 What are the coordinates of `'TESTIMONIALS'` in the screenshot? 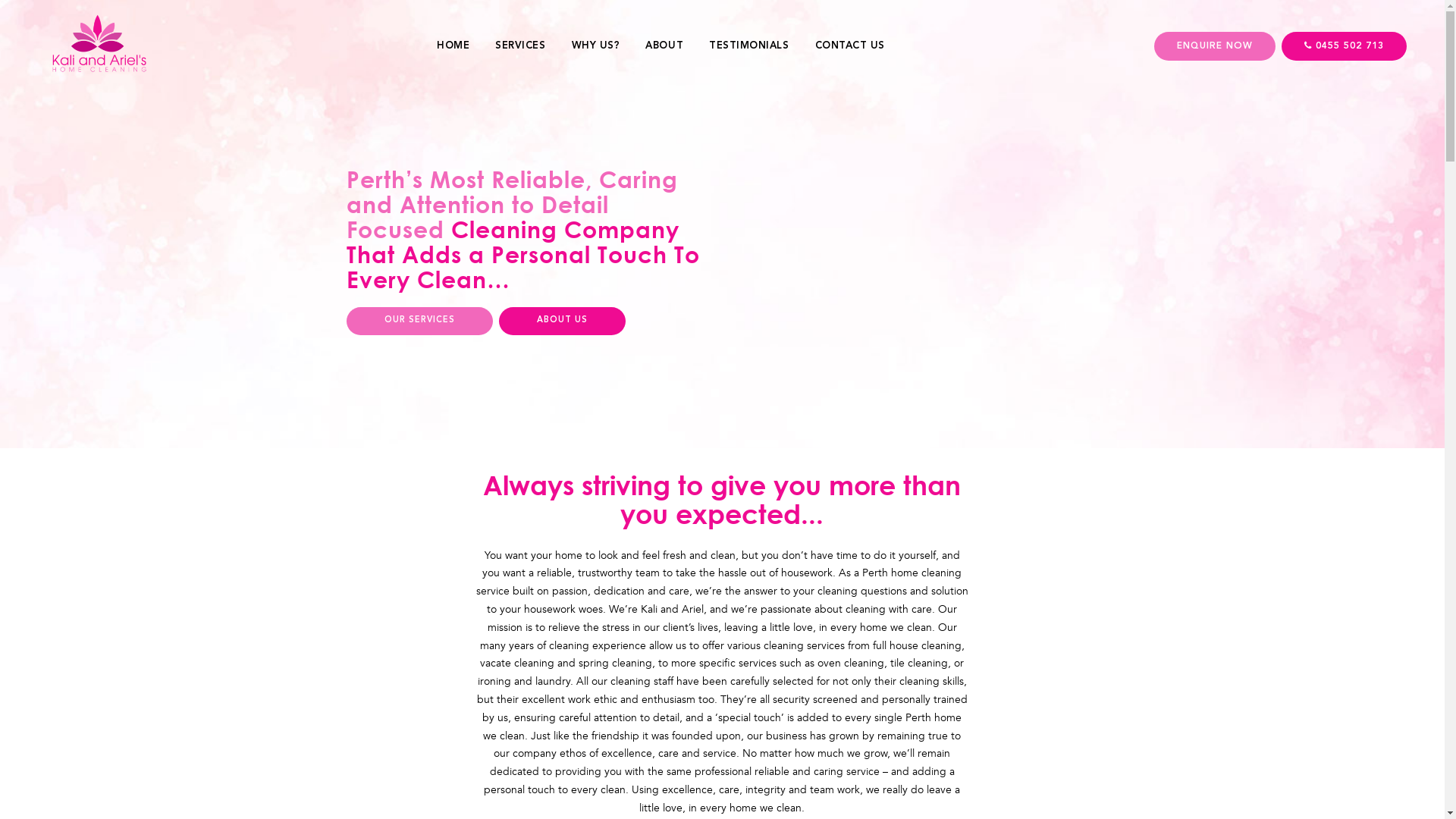 It's located at (748, 45).